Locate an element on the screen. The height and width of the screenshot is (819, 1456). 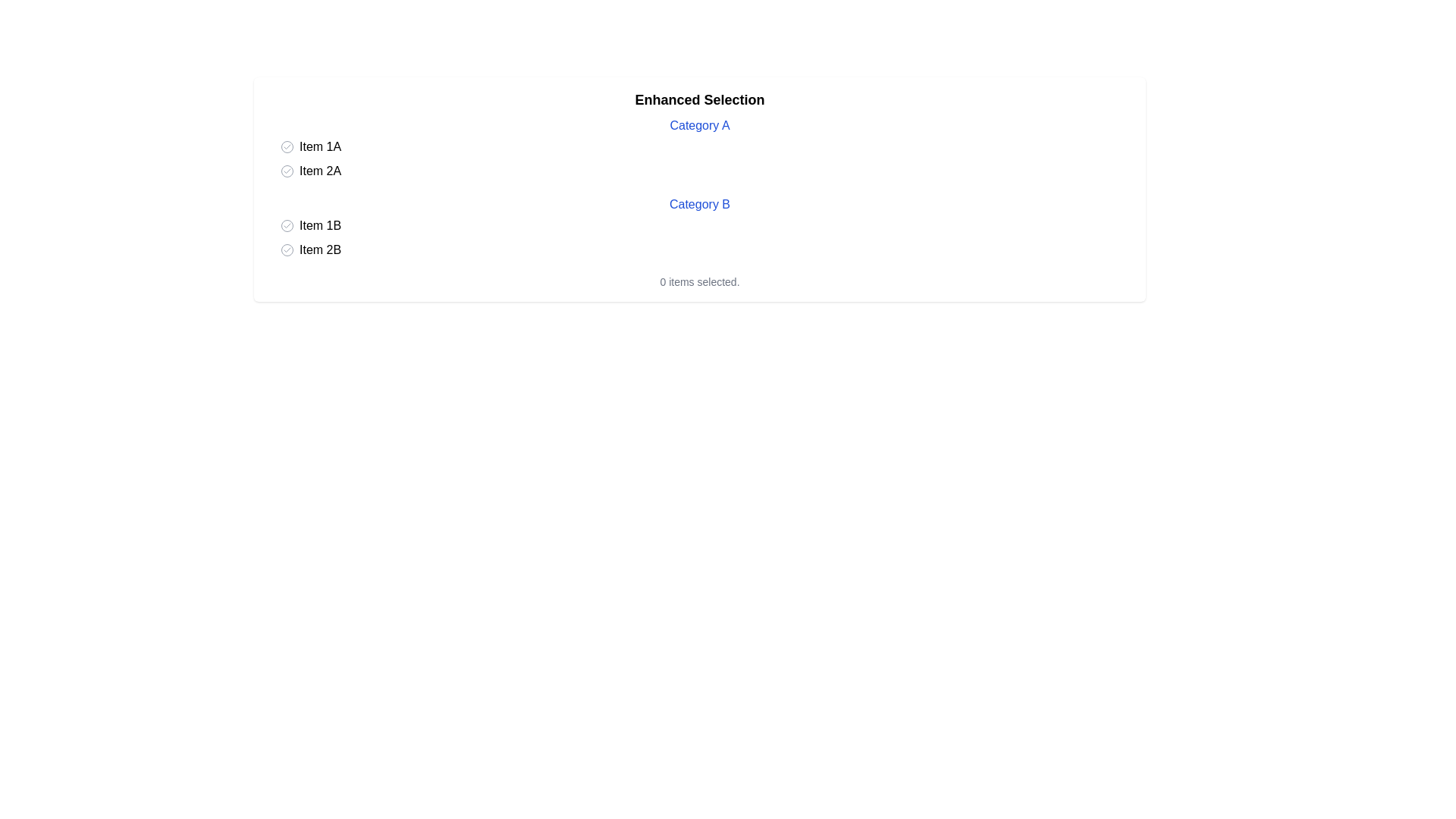
text from the status indicator Text label at the bottom of the card to understand the selection status is located at coordinates (698, 281).